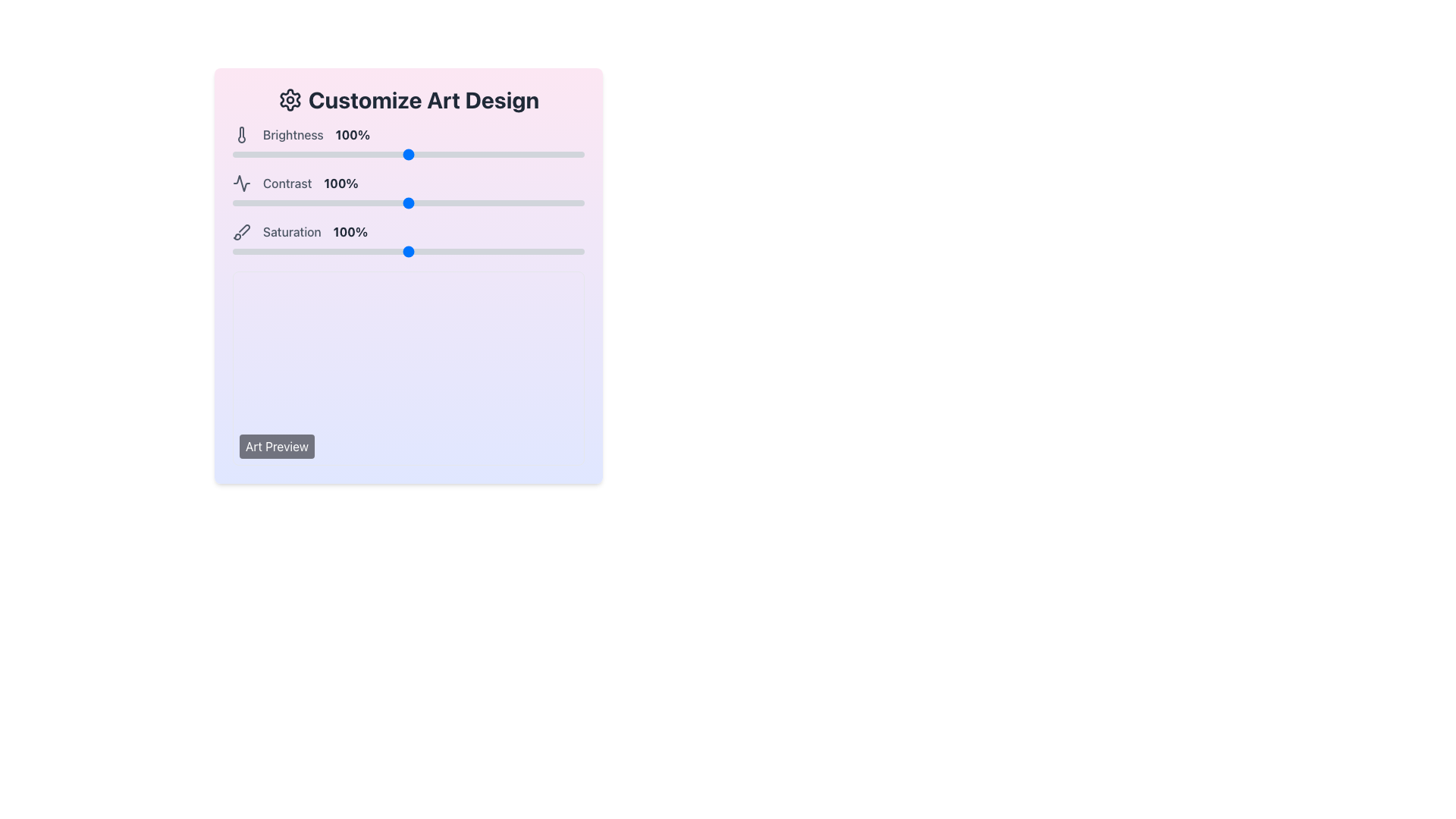 The height and width of the screenshot is (819, 1456). Describe the element at coordinates (389, 250) in the screenshot. I see `the saturation level` at that location.